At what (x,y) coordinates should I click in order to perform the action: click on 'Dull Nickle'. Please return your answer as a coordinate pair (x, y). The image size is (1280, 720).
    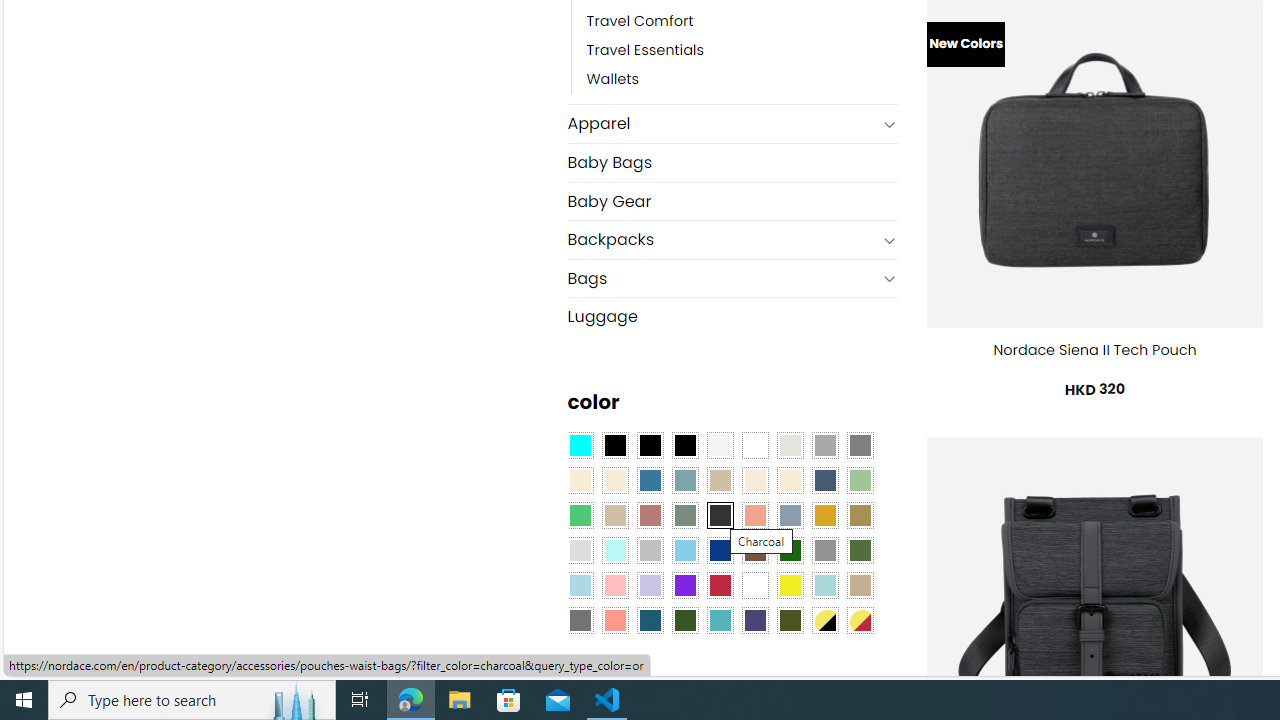
    Looking at the image, I should click on (578, 618).